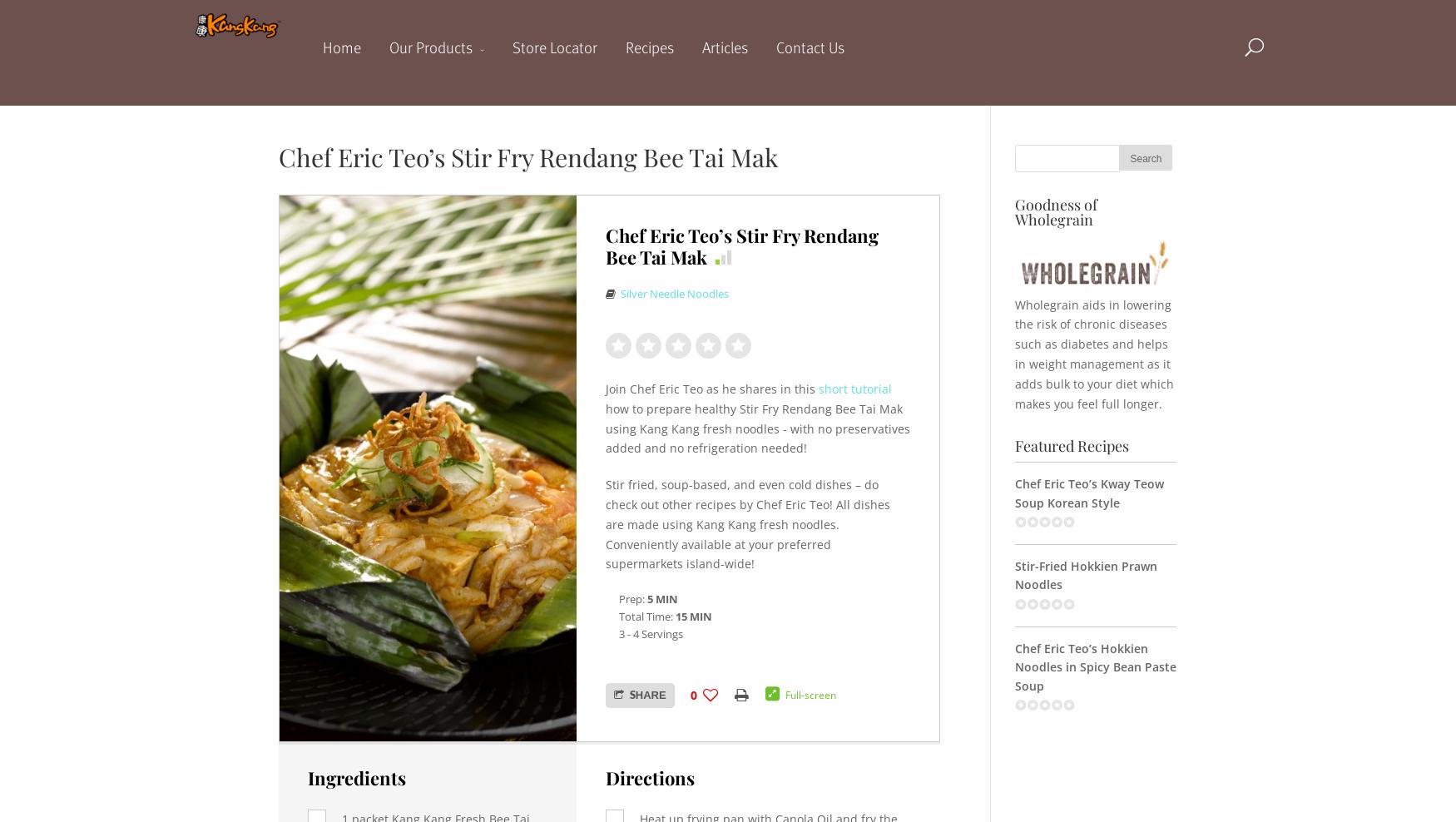 The height and width of the screenshot is (822, 1456). I want to click on 'Total Time:', so click(646, 616).